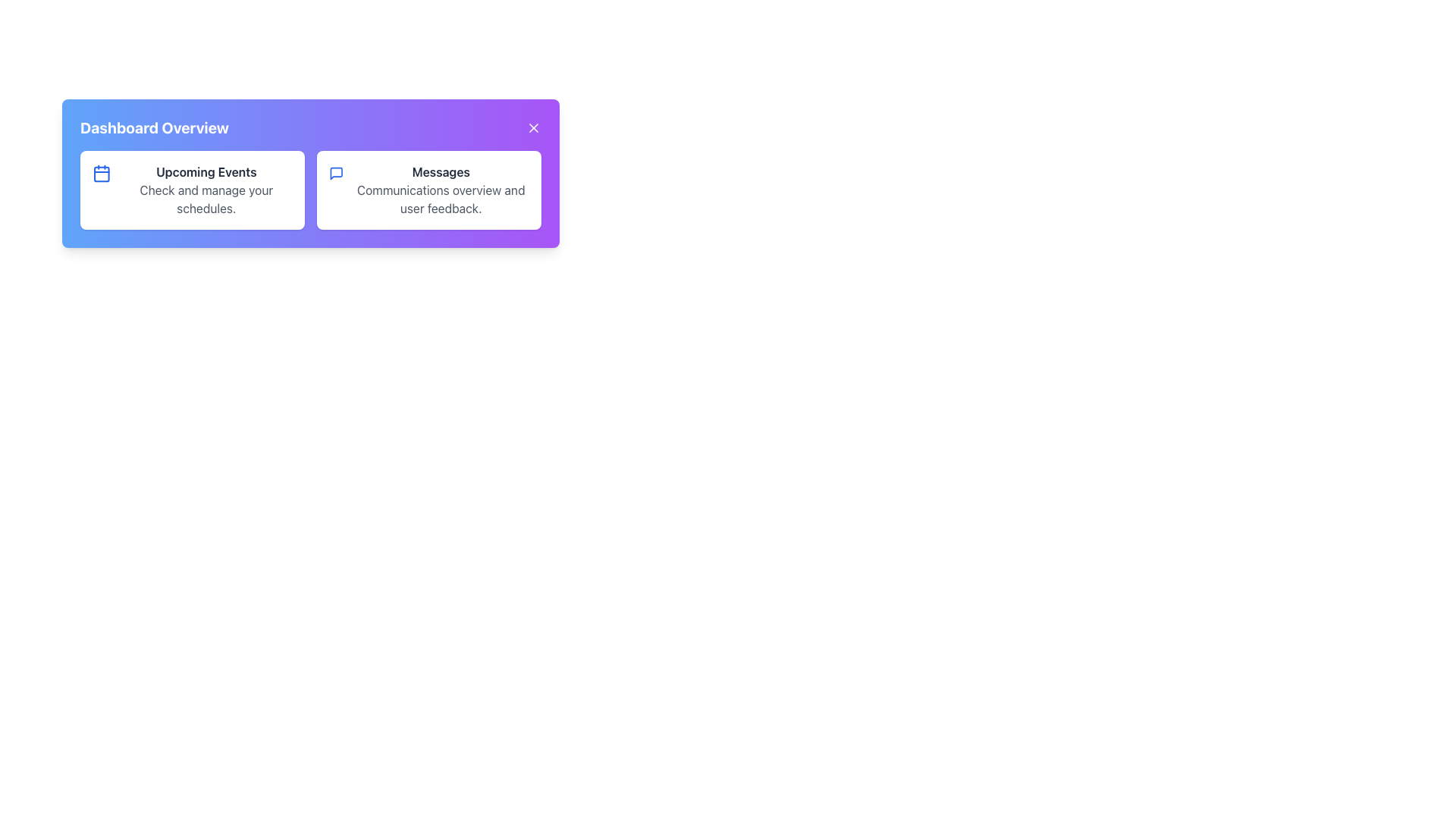 The image size is (1456, 819). Describe the element at coordinates (206, 171) in the screenshot. I see `heading text label that indicates the section for managing or viewing upcoming events, located at the top of its card-like section in the dashboard layout` at that location.